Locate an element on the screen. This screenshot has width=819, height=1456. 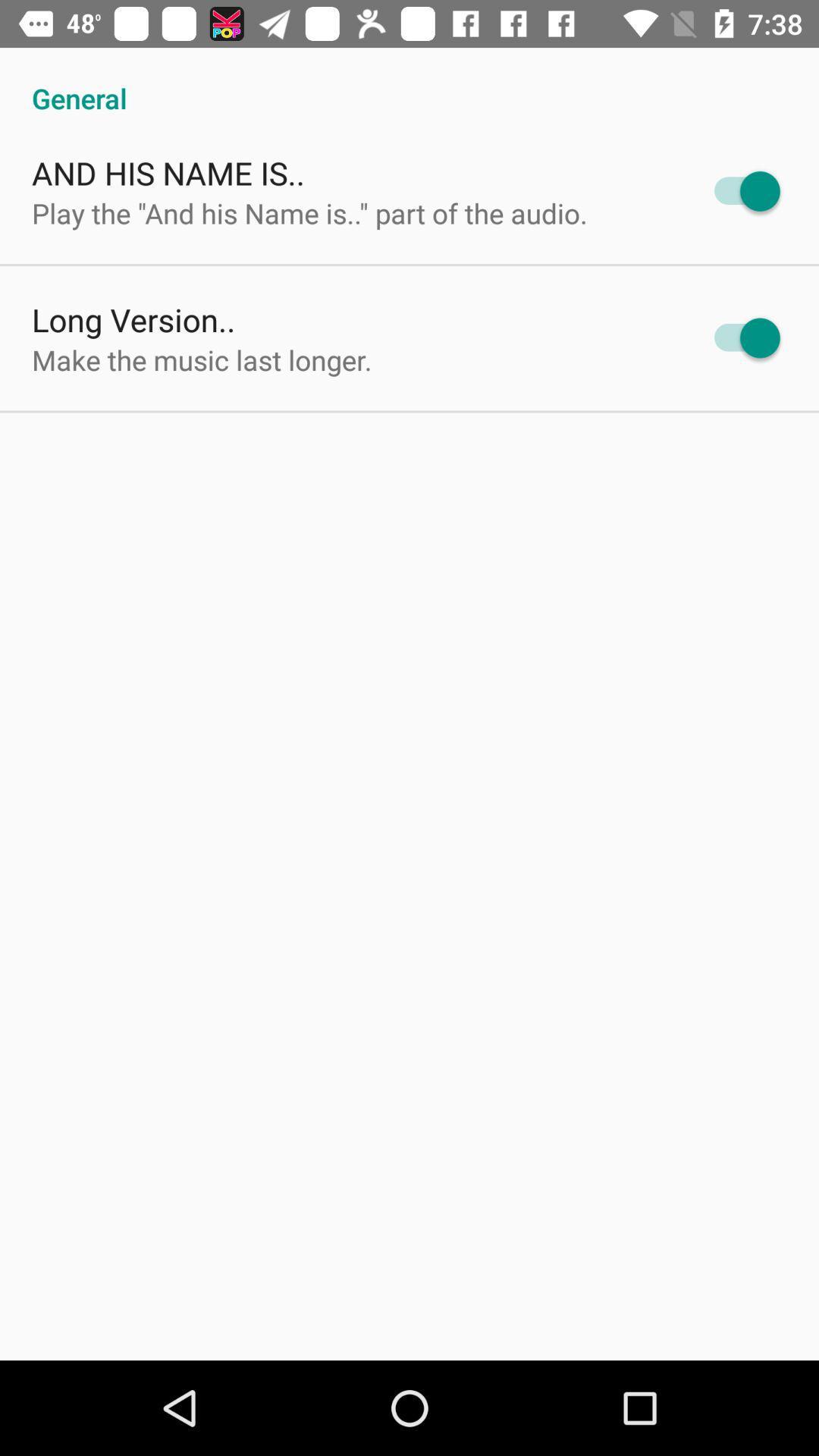
icon above the and his name item is located at coordinates (409, 81).